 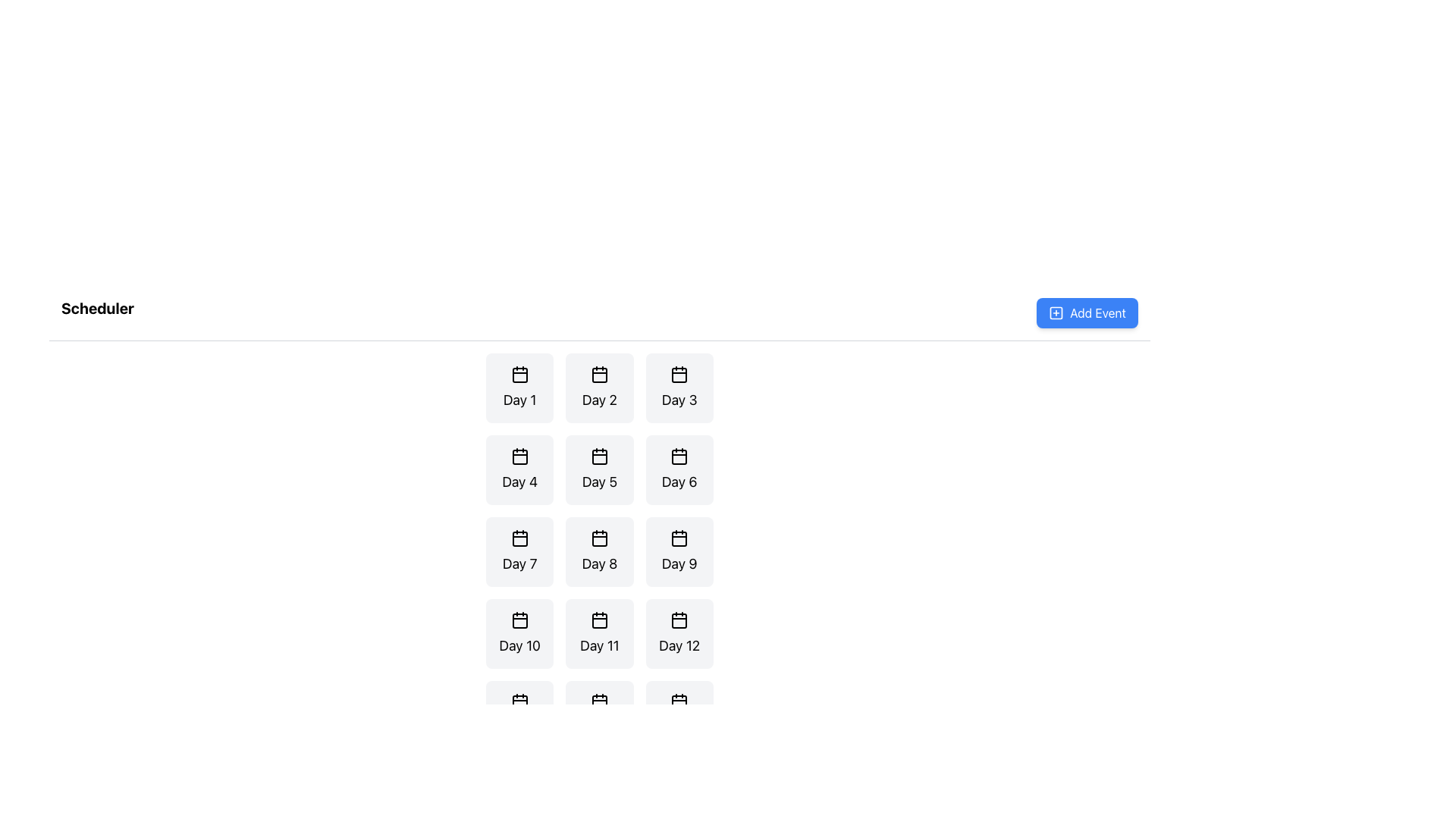 I want to click on the blue square icon with a plus sign, which is the leftmost component of the 'Add Event' button, located slightly to the left of the 'Add Event' text label, so click(x=1056, y=312).